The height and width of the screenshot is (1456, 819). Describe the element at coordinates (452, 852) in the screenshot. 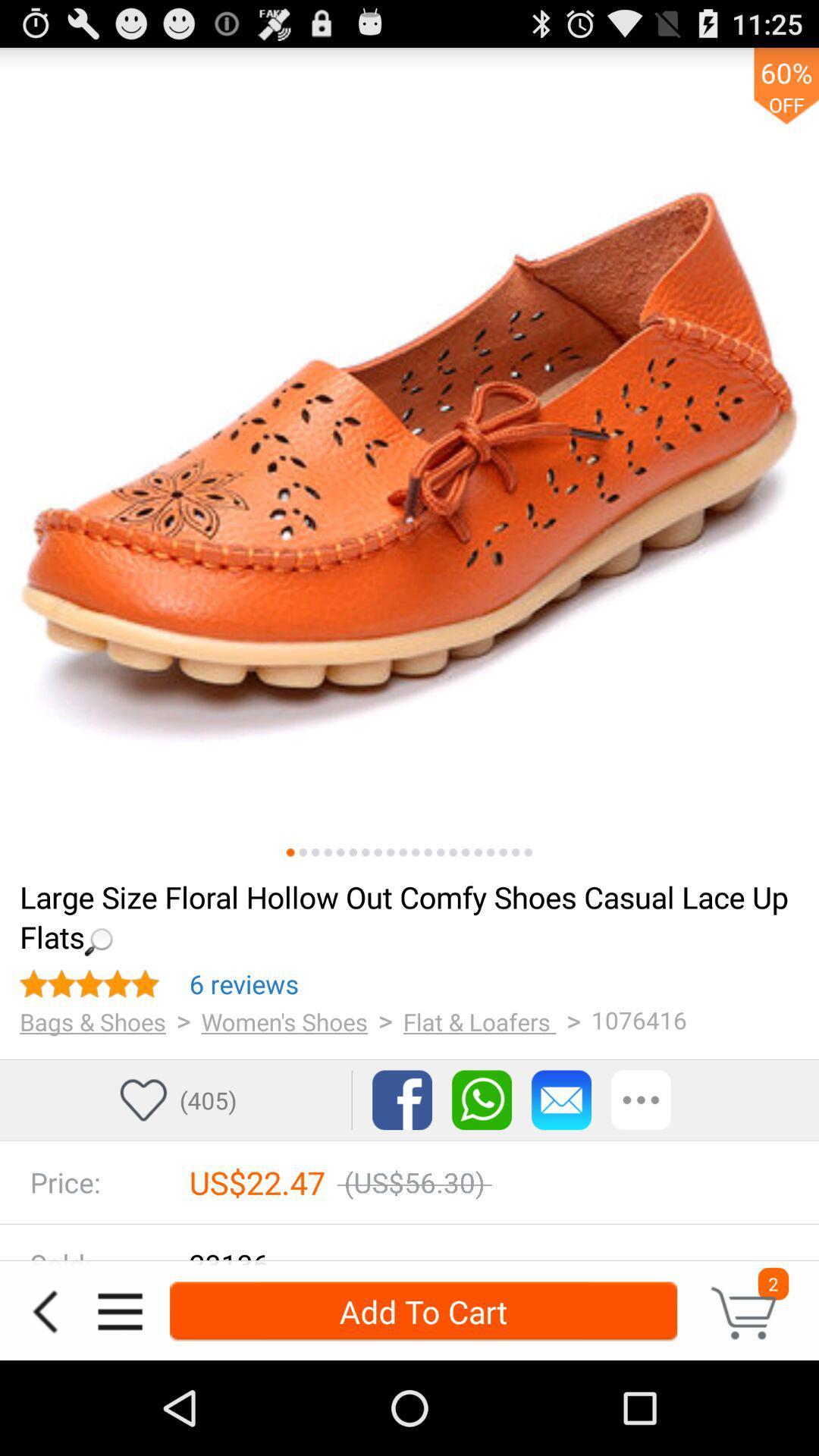

I see `more pictures` at that location.